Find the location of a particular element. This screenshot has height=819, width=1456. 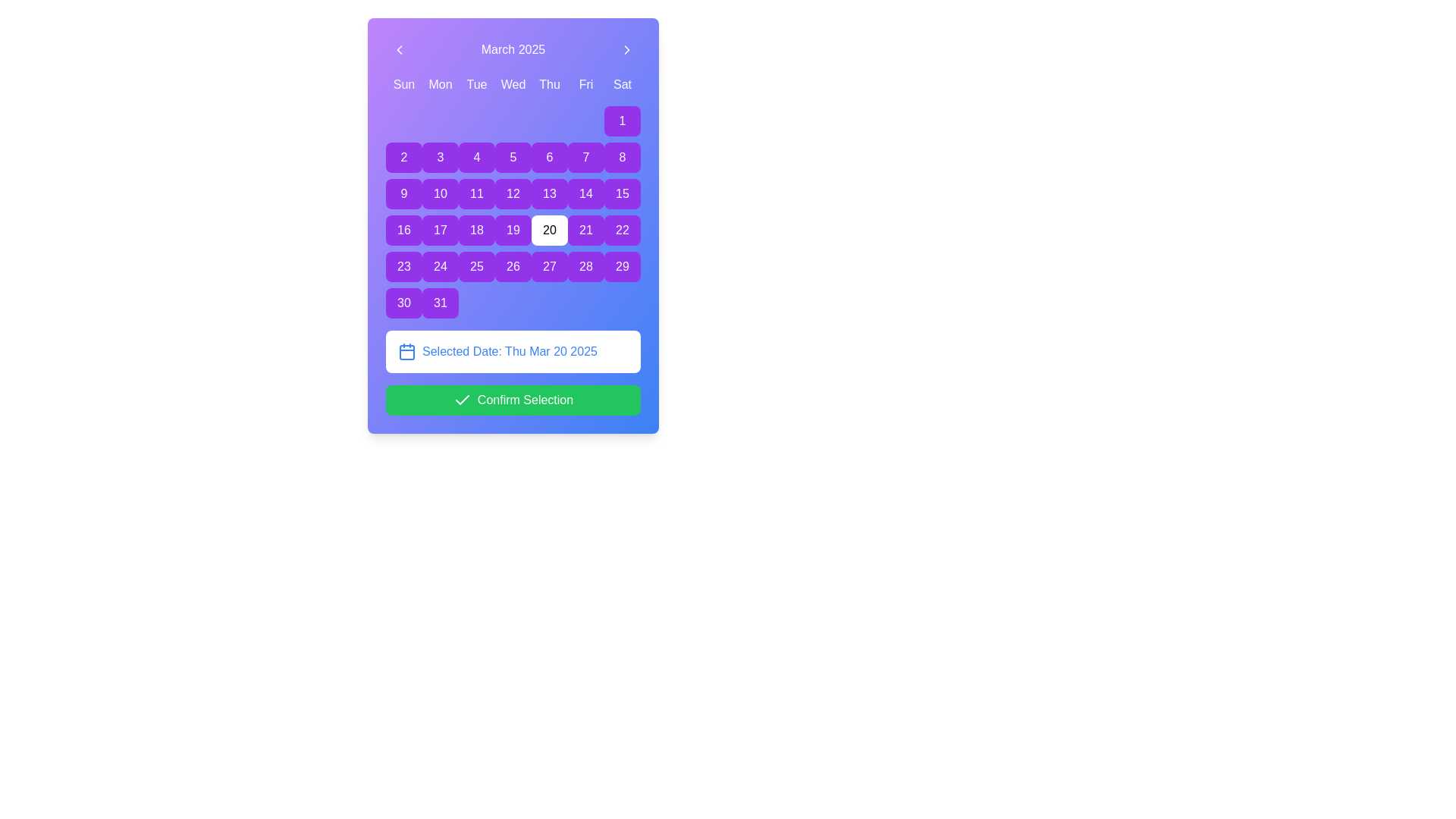

the button representing the selectable date '19' in the calendar is located at coordinates (513, 231).